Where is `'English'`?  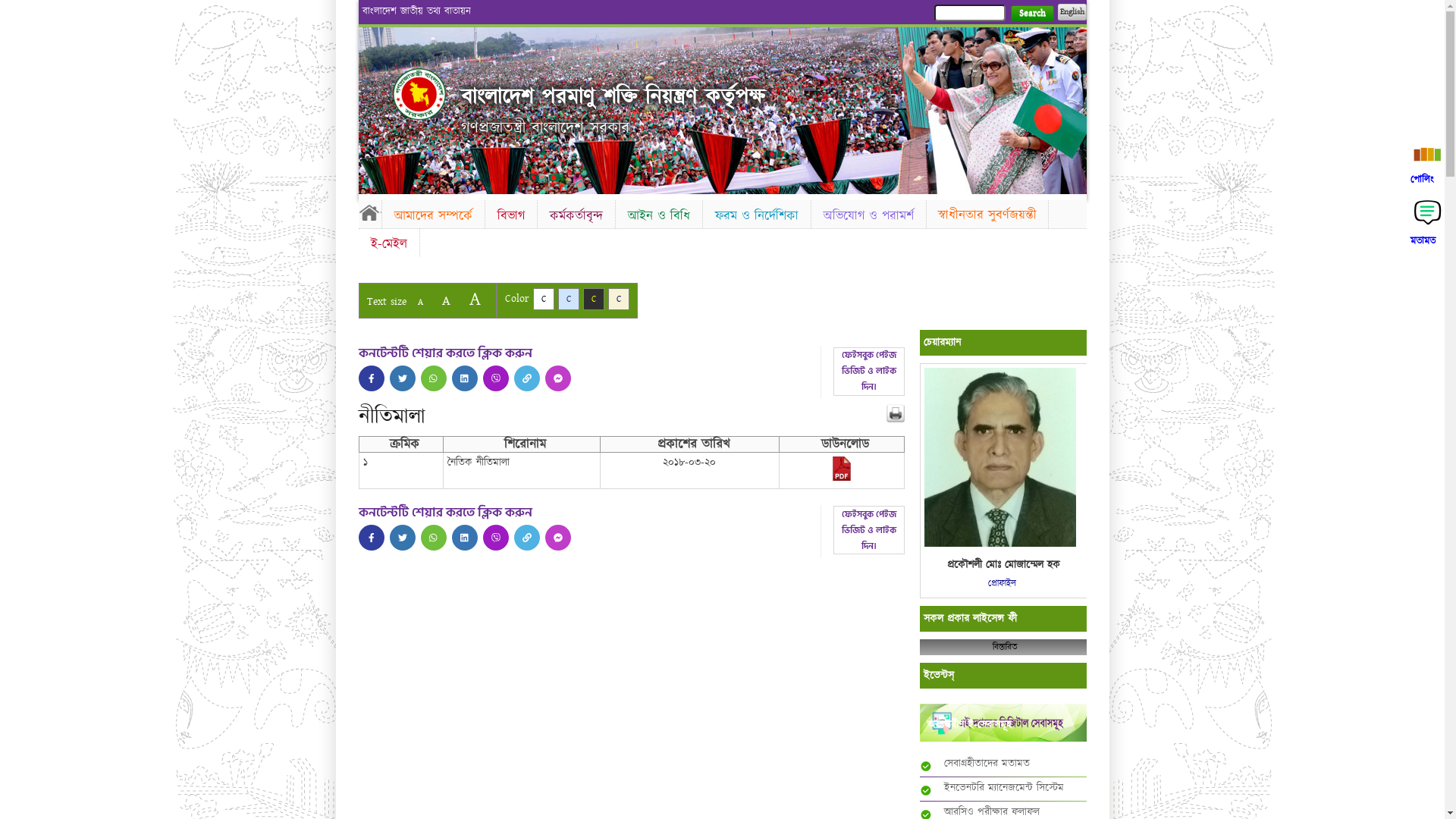
'English' is located at coordinates (1070, 11).